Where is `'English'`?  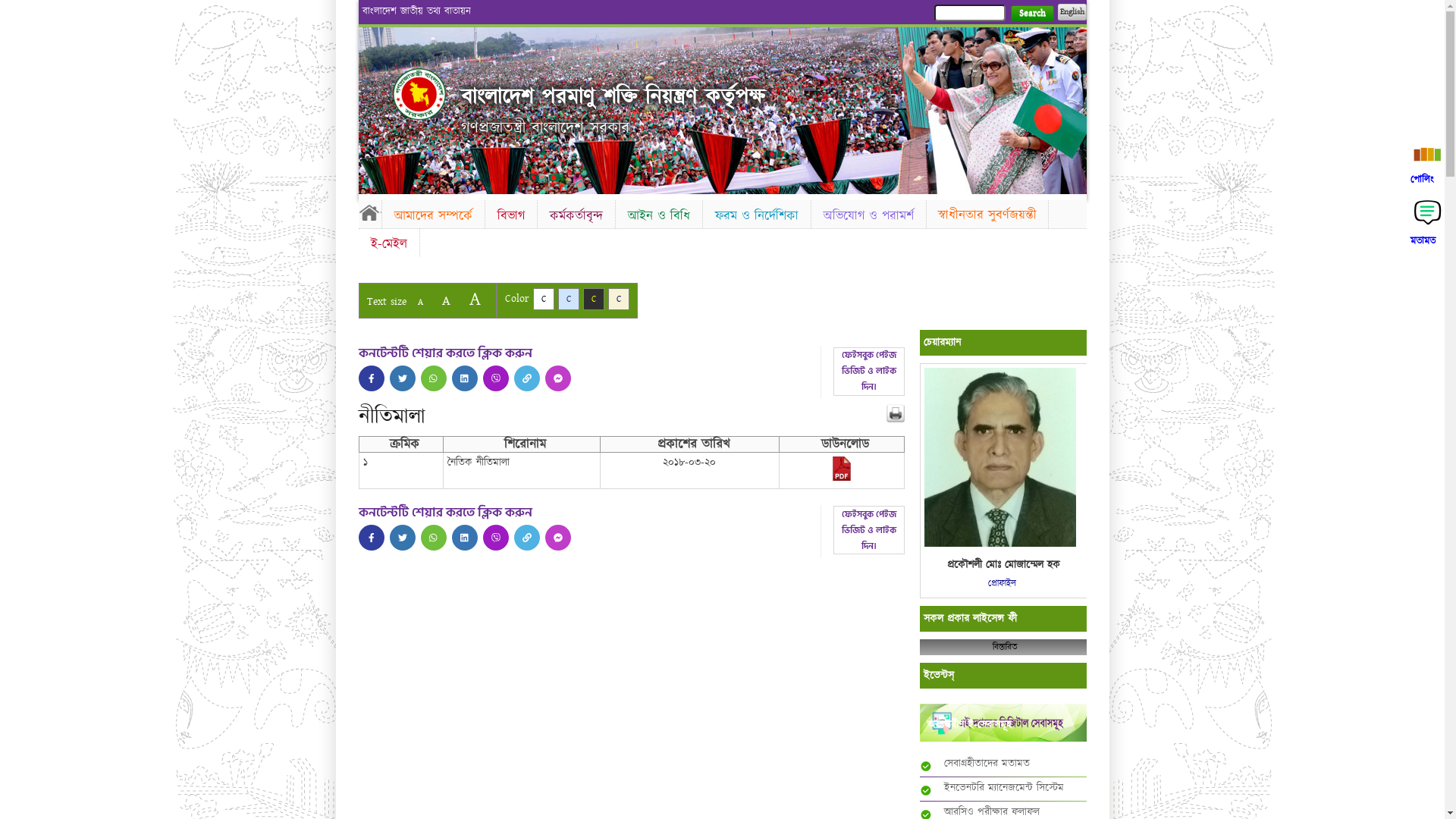
'English' is located at coordinates (1070, 11).